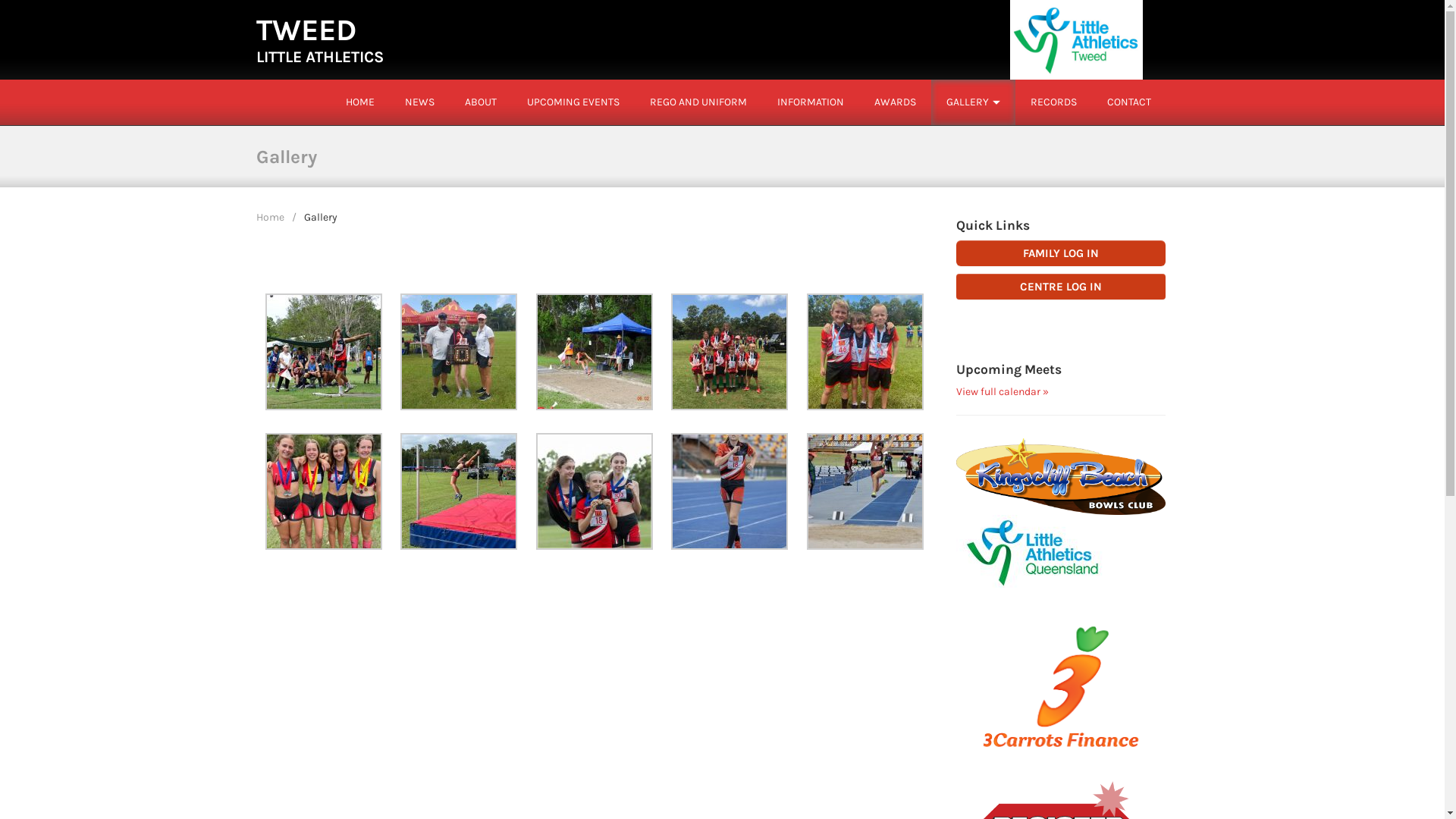 This screenshot has height=819, width=1456. What do you see at coordinates (946, 102) in the screenshot?
I see `'GALLERY'` at bounding box center [946, 102].